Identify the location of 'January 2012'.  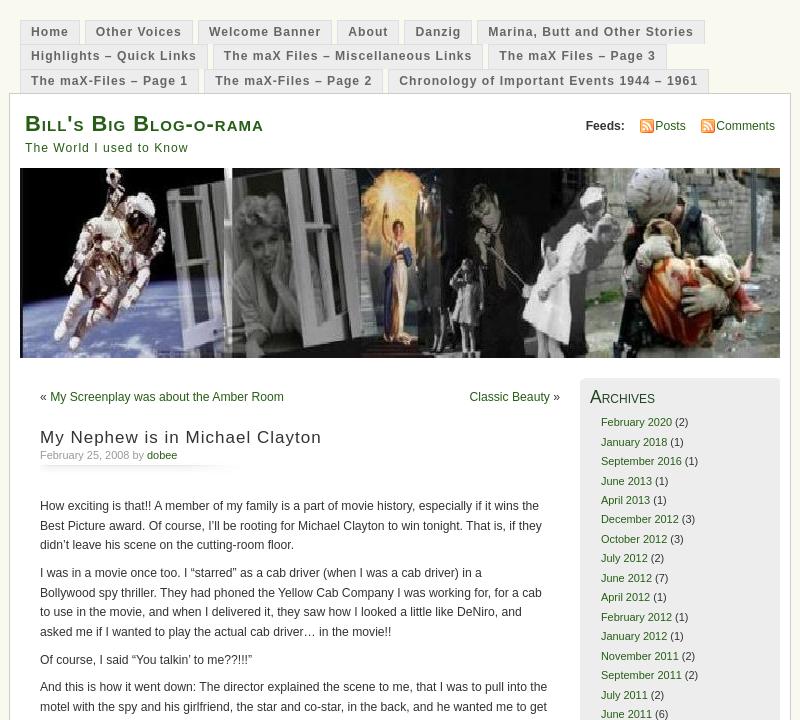
(633, 635).